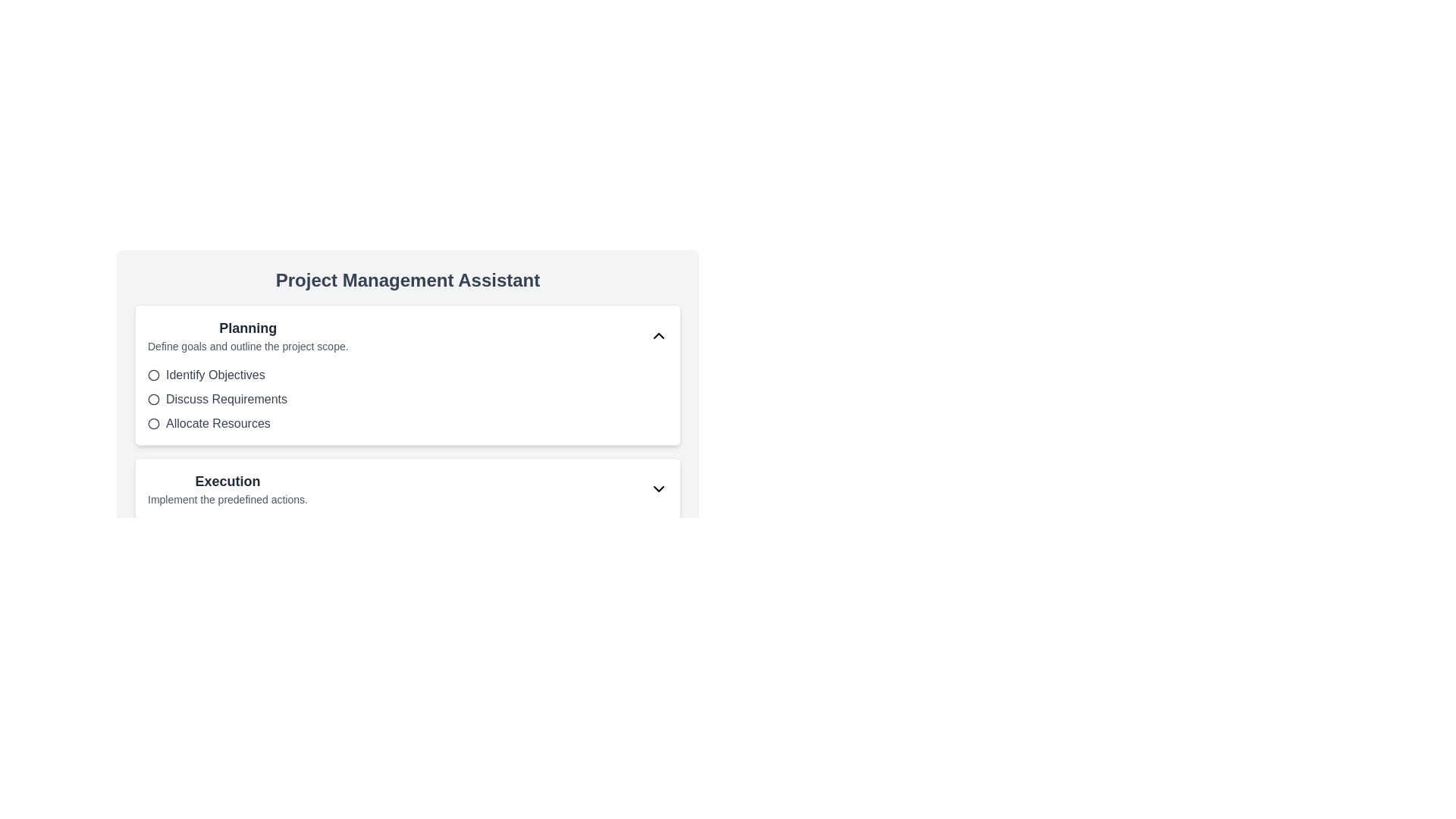 This screenshot has width=1456, height=819. What do you see at coordinates (248, 346) in the screenshot?
I see `the text label displaying 'Define goals and outline the project scope.' located below the 'Planning' header in the Planning section` at bounding box center [248, 346].